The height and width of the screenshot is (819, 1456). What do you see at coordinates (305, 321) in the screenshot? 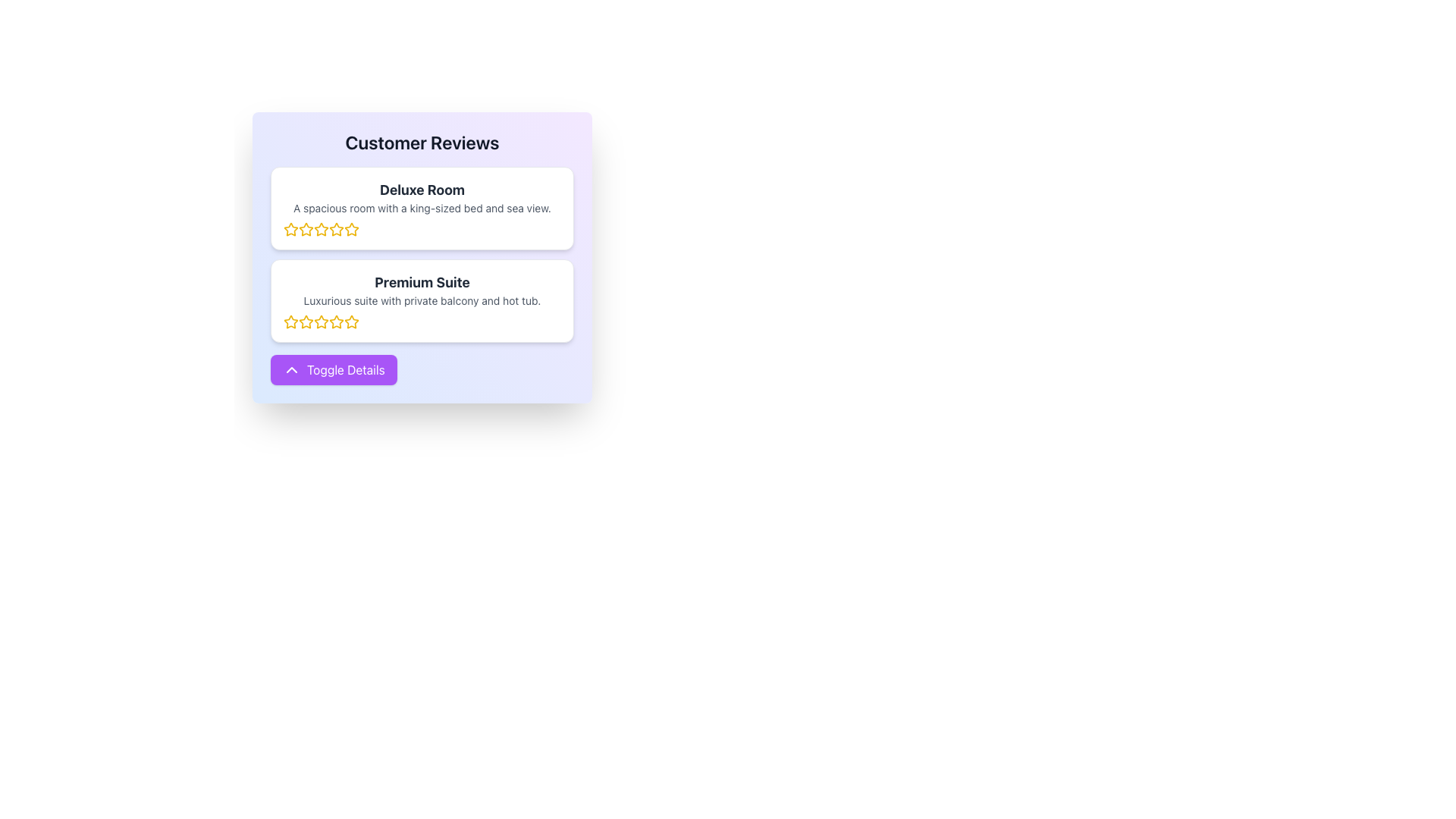
I see `the second star-shaped icon with a hollow interior and yellow outline, located under the 'Premium Suite' title and review description` at bounding box center [305, 321].